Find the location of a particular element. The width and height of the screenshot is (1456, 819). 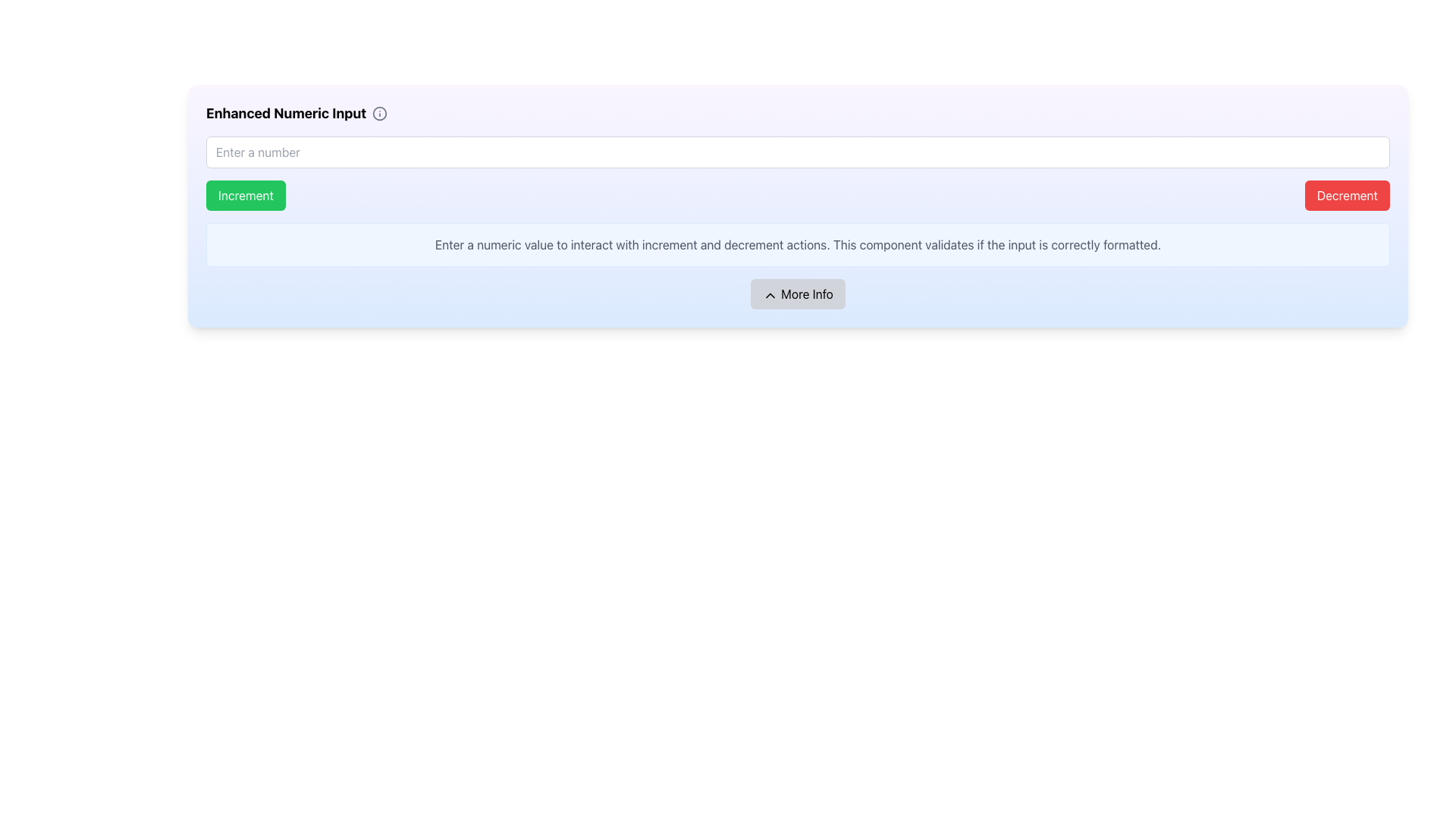

the circular icon with a light gray outline and an information symbol, located to the right of the text 'Enhanced Numeric Input' is located at coordinates (380, 113).